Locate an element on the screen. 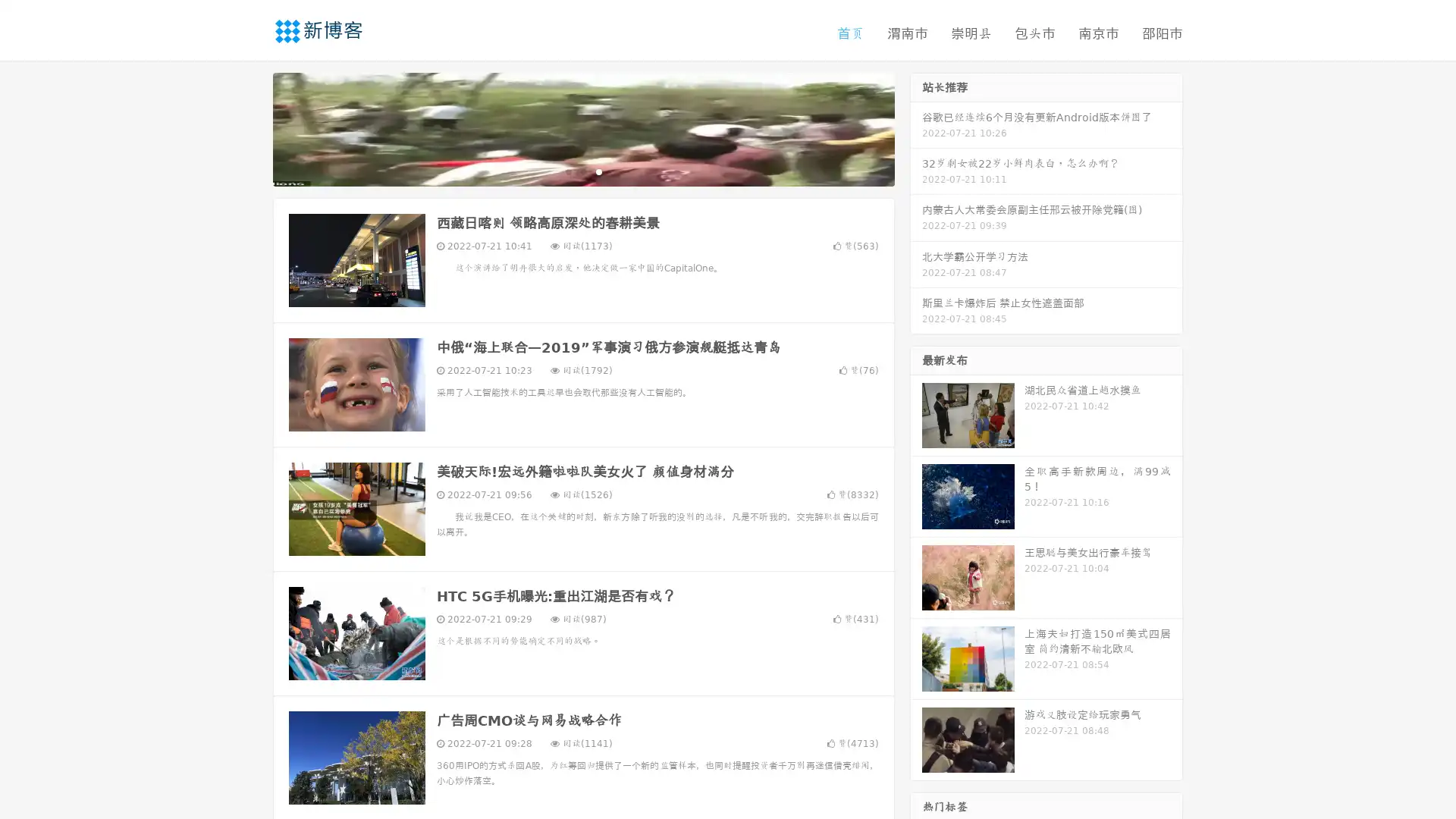 The height and width of the screenshot is (819, 1456). Go to slide 2 is located at coordinates (582, 171).